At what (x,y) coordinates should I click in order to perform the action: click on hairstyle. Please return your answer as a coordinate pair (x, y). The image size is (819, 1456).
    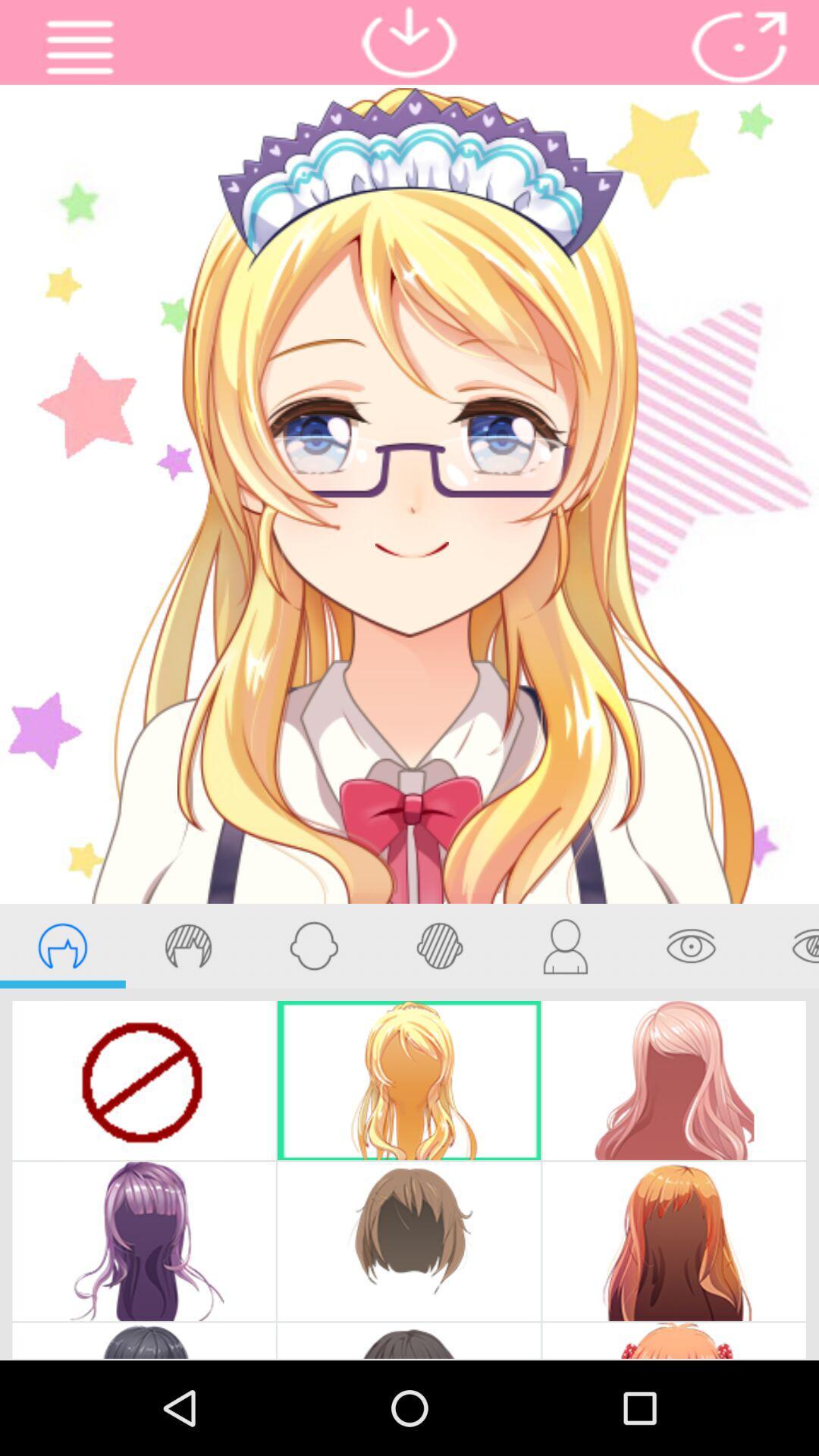
    Looking at the image, I should click on (61, 945).